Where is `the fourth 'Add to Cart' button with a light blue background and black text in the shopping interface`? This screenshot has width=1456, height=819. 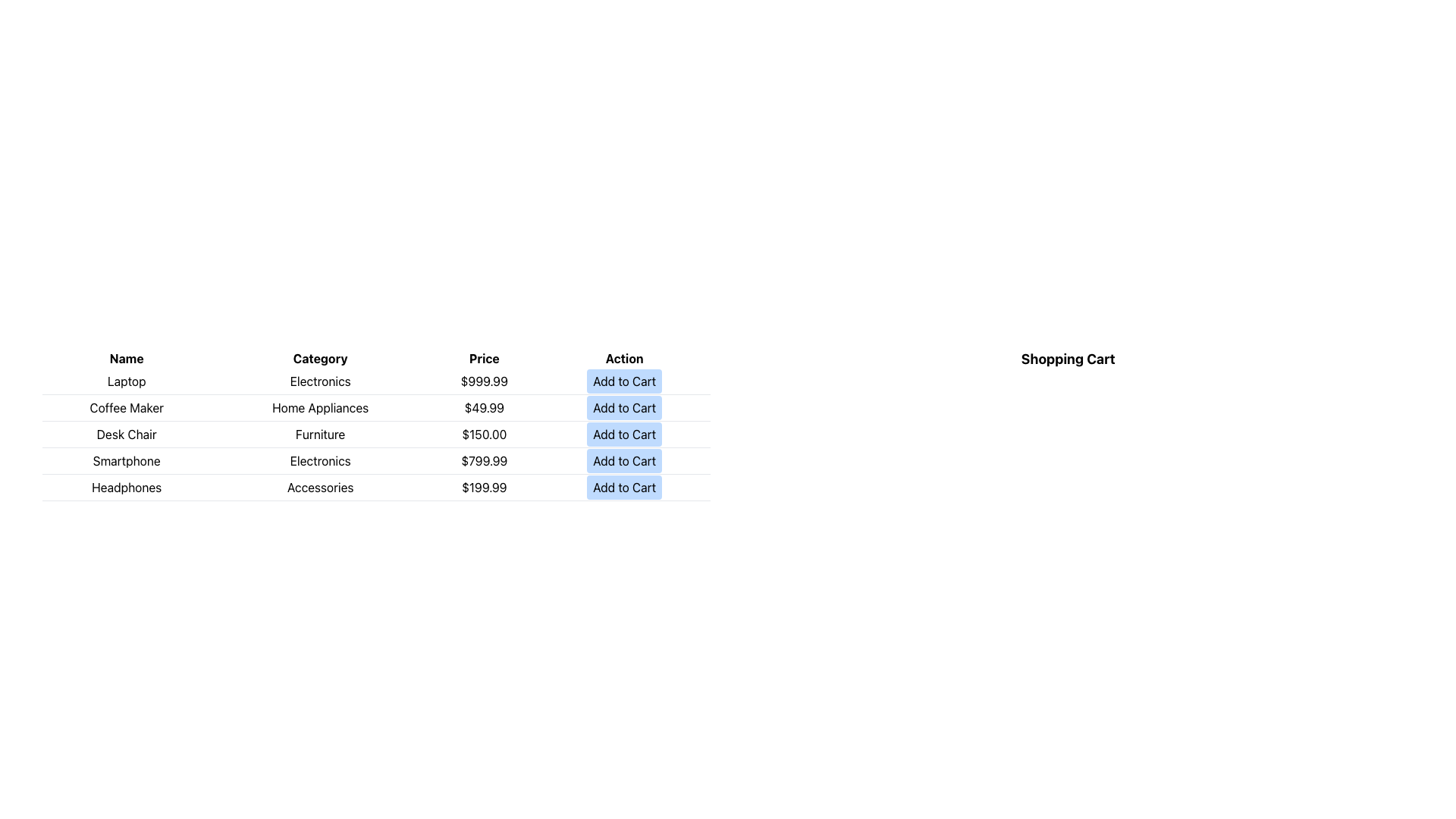 the fourth 'Add to Cart' button with a light blue background and black text in the shopping interface is located at coordinates (624, 460).